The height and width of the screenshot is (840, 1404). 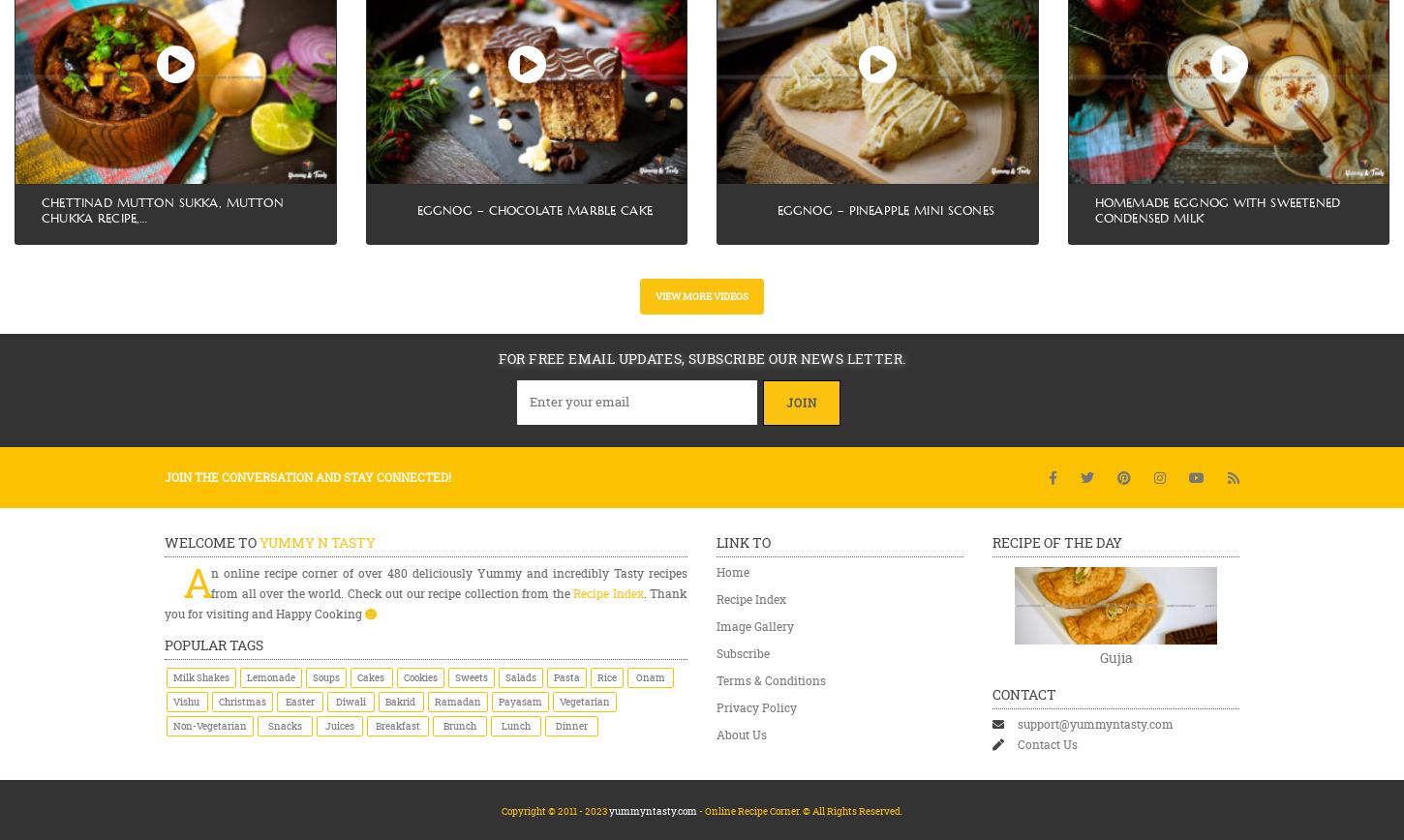 I want to click on 'Recipe of the Day', so click(x=1055, y=542).